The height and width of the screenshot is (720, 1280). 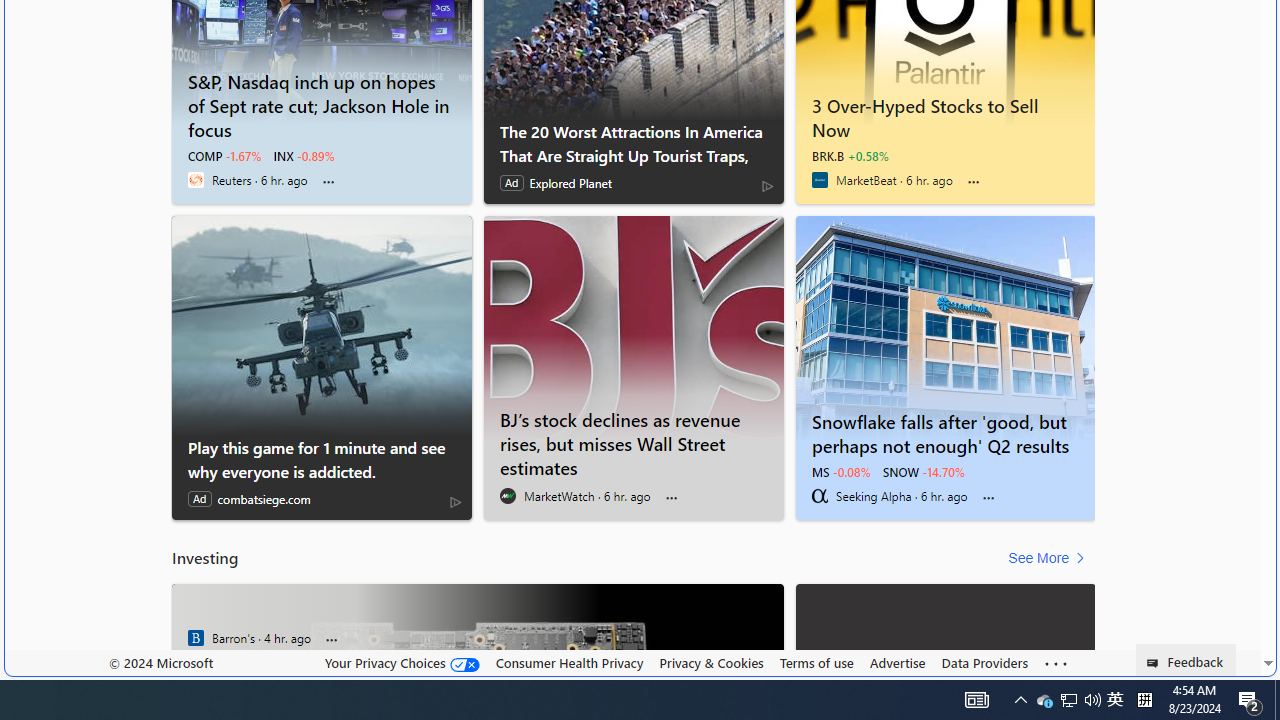 I want to click on 'Data Providers', so click(x=984, y=662).